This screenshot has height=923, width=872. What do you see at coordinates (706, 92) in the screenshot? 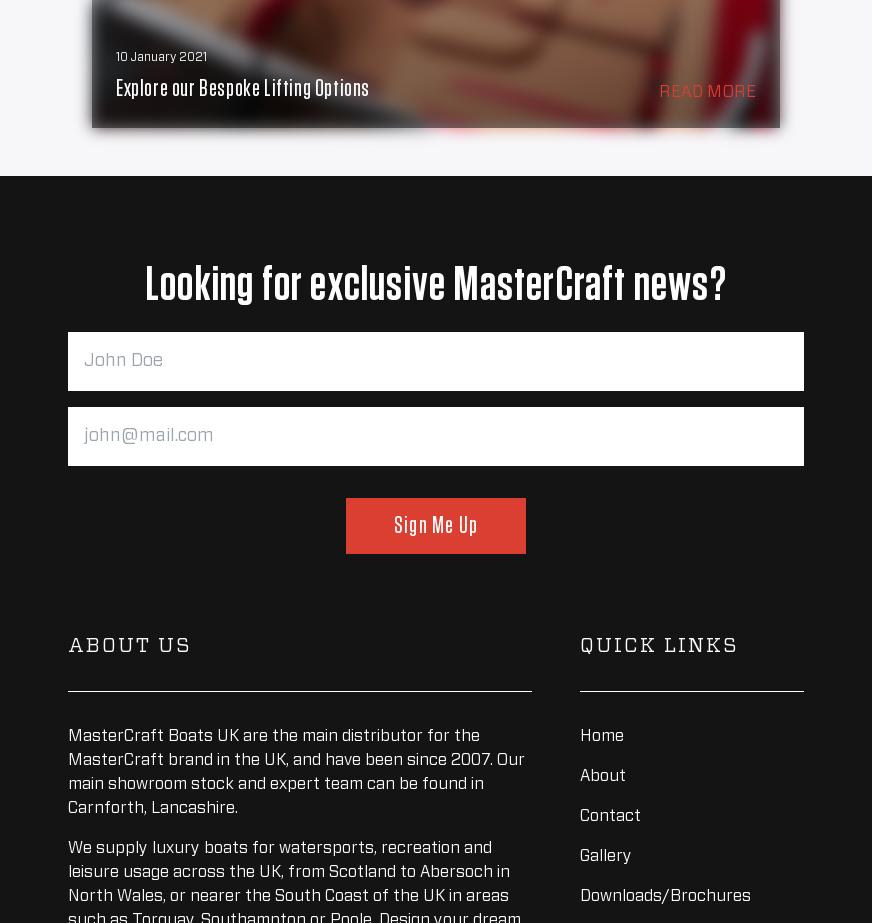
I see `'READ MORE'` at bounding box center [706, 92].